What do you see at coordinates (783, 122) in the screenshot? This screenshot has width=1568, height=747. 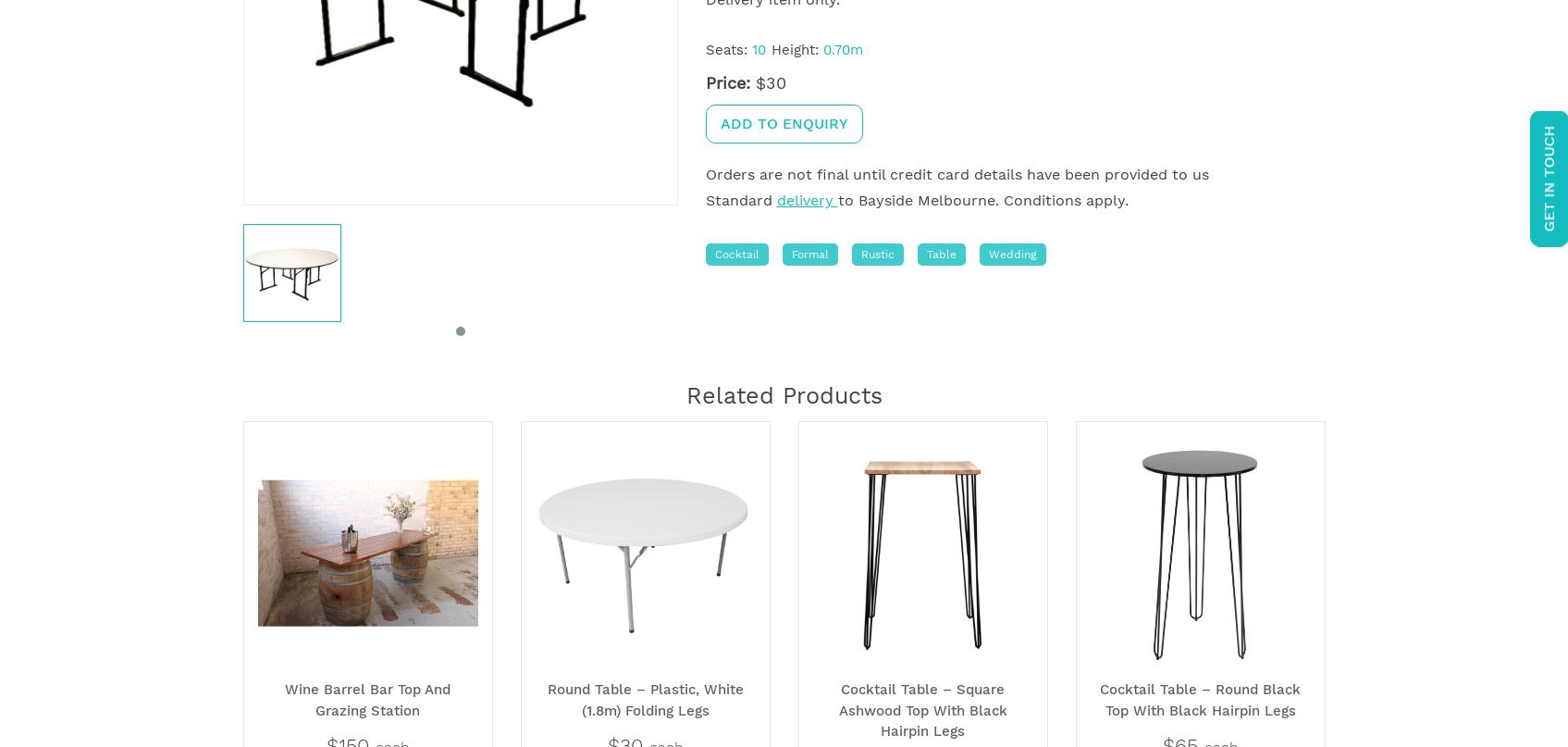 I see `'Add to enquiry'` at bounding box center [783, 122].